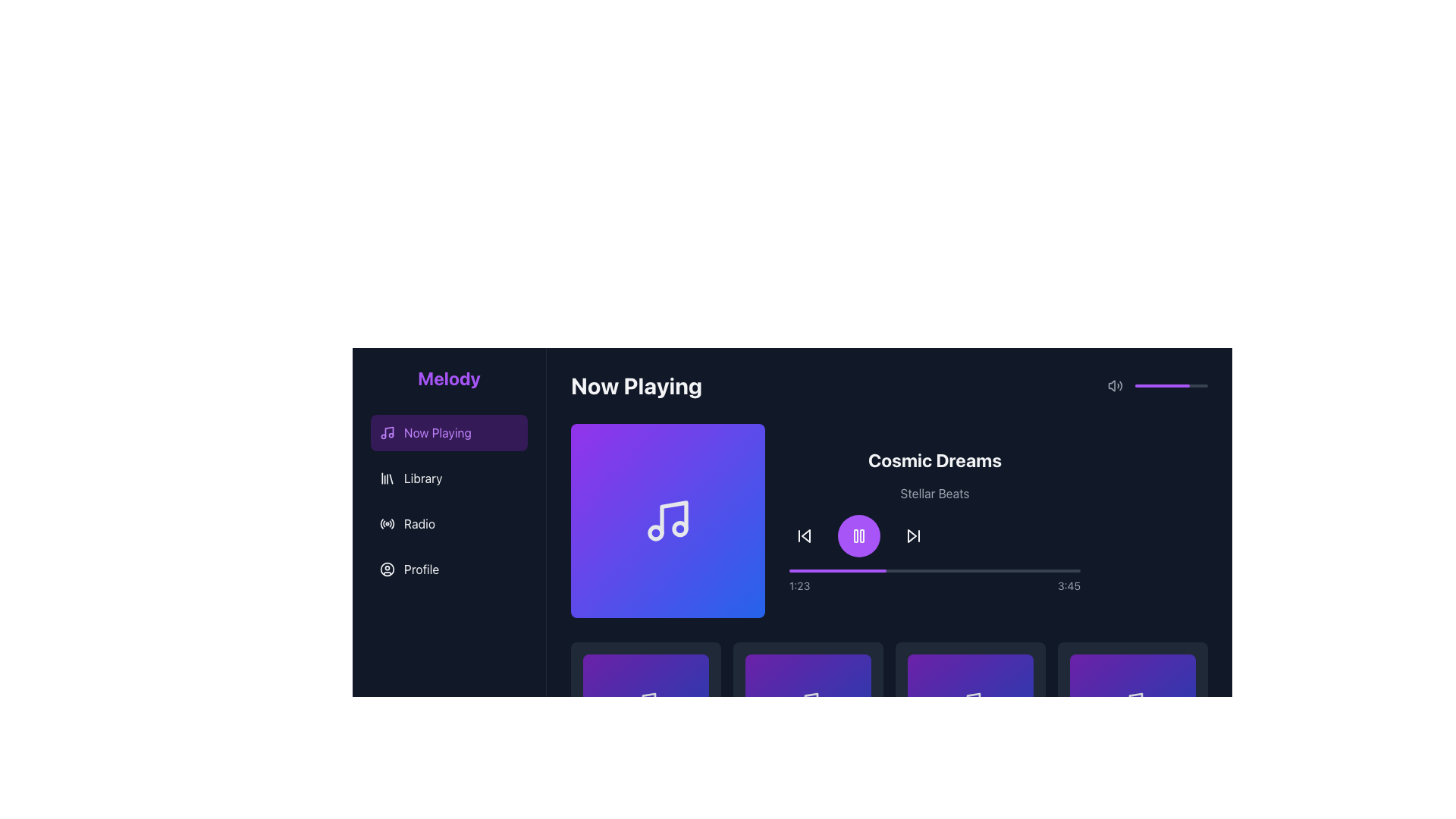 Image resolution: width=1456 pixels, height=819 pixels. What do you see at coordinates (912, 535) in the screenshot?
I see `the circular skip-forward button, which is the third interactive button in the row, to skip to the next track` at bounding box center [912, 535].